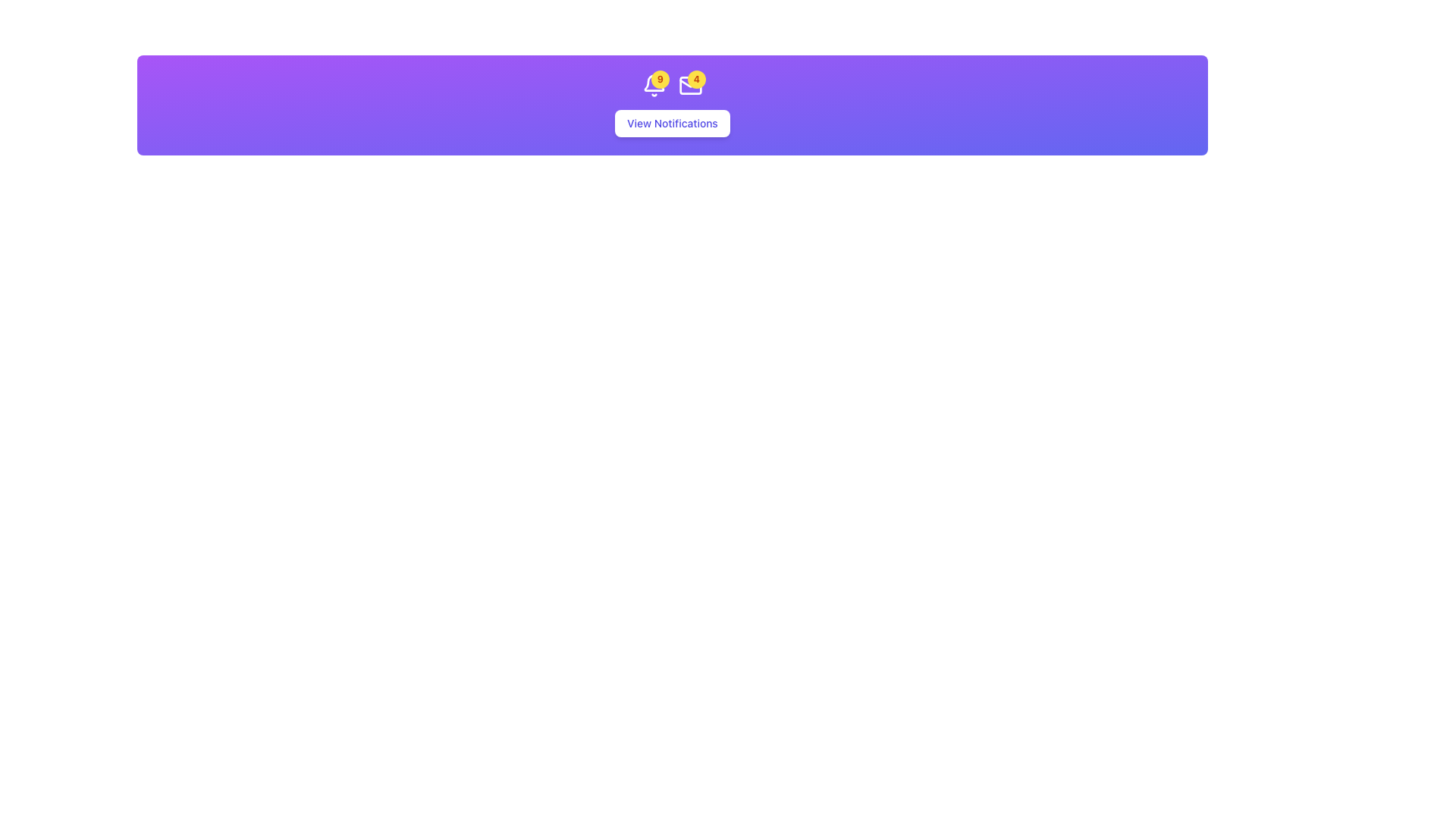 The image size is (1456, 819). Describe the element at coordinates (690, 85) in the screenshot. I see `the envelope icon associated with the notification badge located at the top-right corner of the envelope icon for more information` at that location.